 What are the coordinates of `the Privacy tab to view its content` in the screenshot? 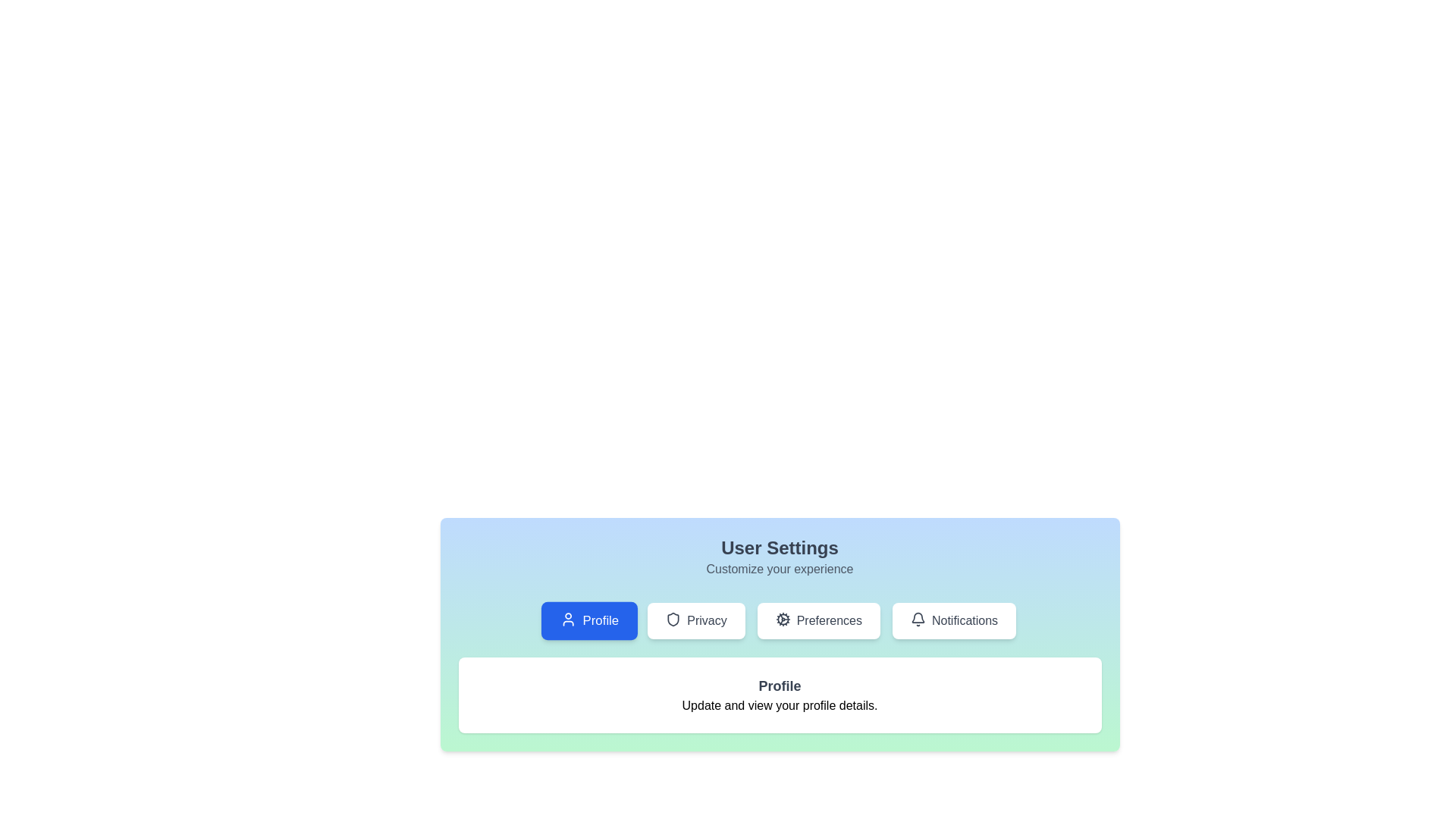 It's located at (695, 620).